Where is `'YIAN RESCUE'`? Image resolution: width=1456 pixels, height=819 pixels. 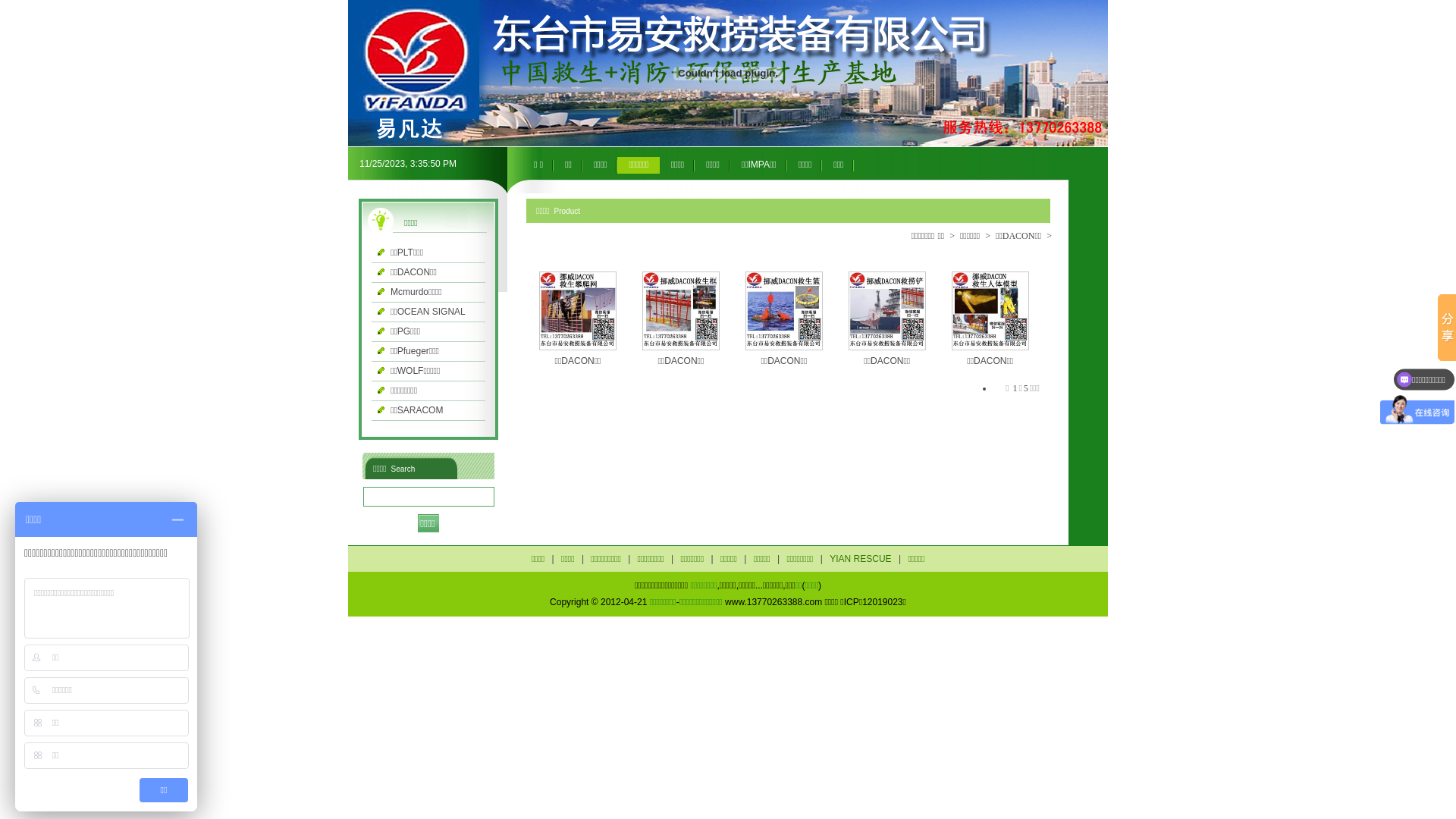 'YIAN RESCUE' is located at coordinates (824, 558).